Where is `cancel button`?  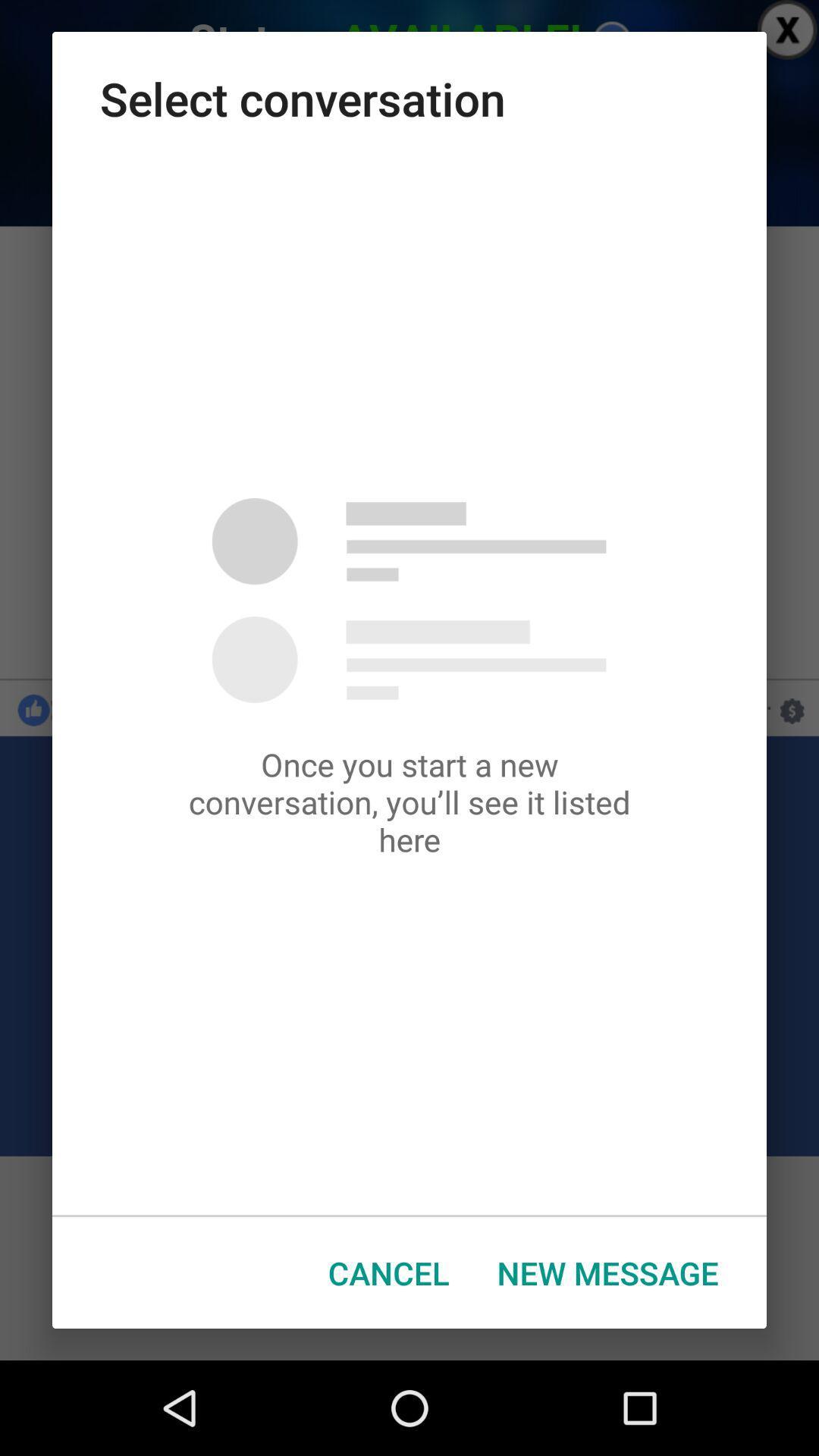
cancel button is located at coordinates (388, 1272).